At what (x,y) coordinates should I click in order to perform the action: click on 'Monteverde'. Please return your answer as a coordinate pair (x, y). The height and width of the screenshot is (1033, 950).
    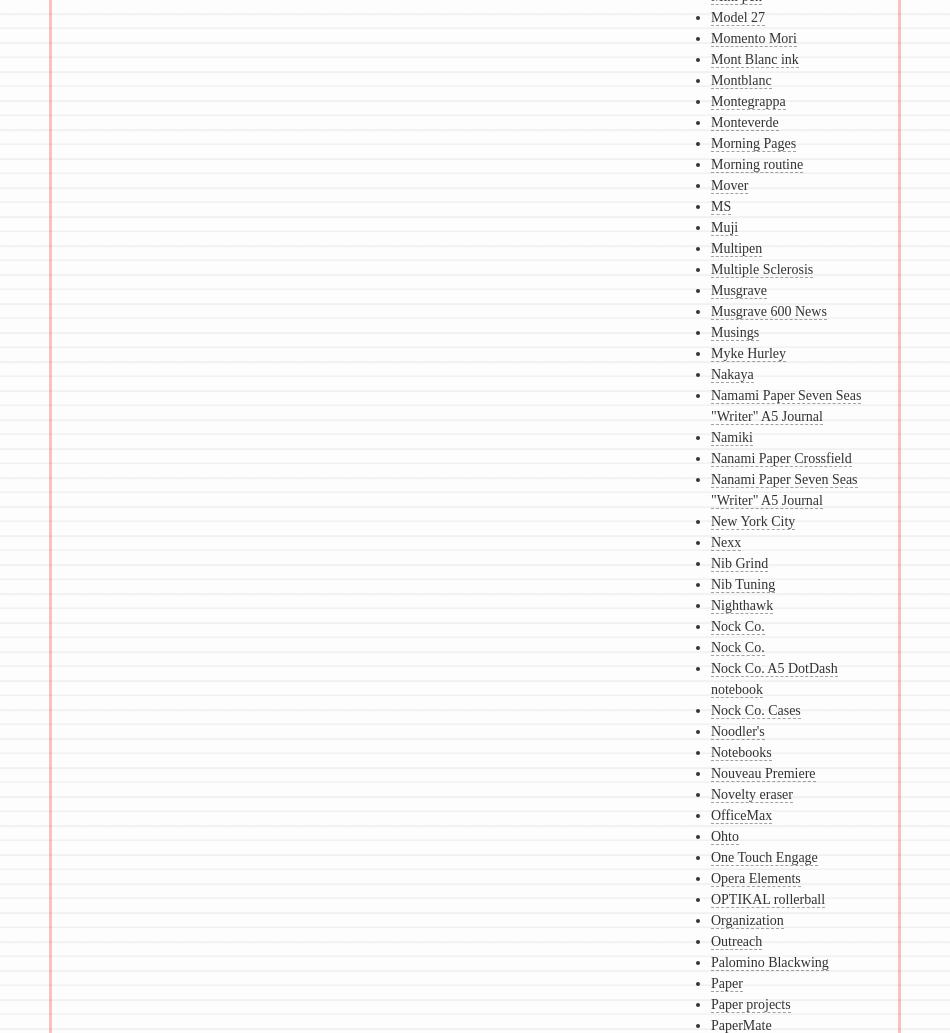
    Looking at the image, I should click on (743, 122).